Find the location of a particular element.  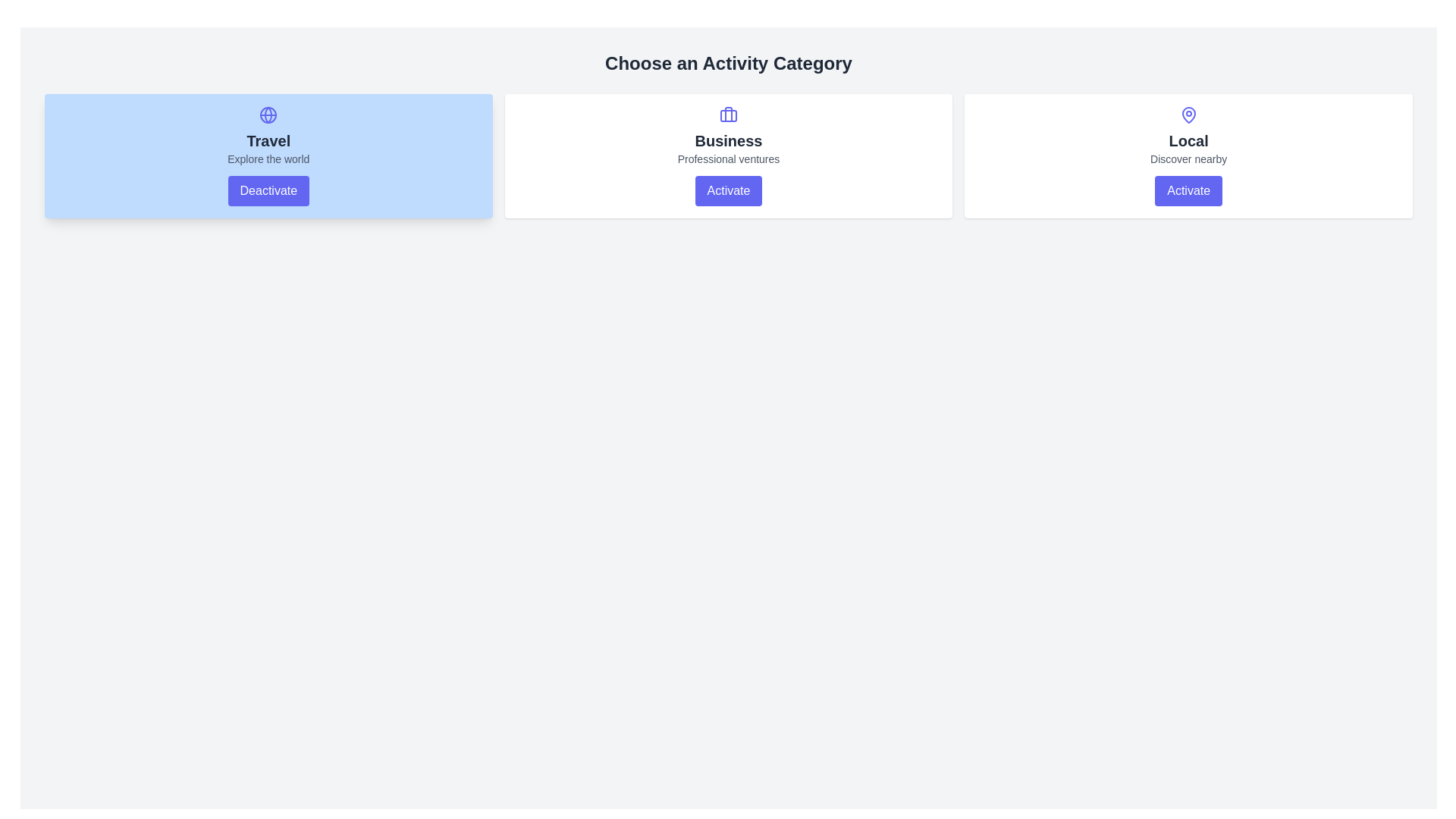

the indigo briefcase icon located above the 'Business' text heading in the second card of a horizontally aligned group of three cards is located at coordinates (728, 114).